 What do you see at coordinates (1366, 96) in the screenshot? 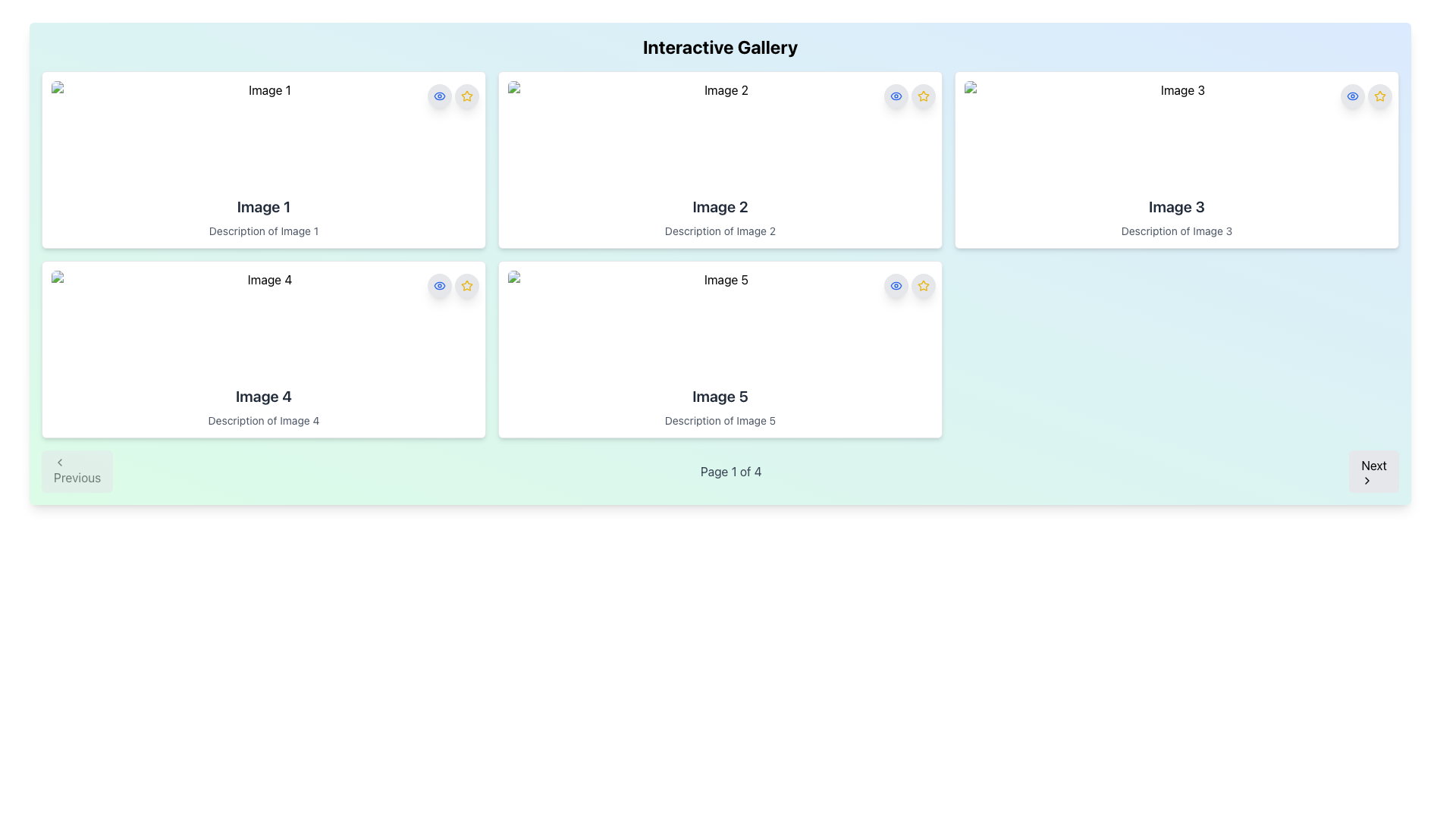
I see `the star icon in the top-right corner of the card for 'Image 3' to favorite the item` at bounding box center [1366, 96].